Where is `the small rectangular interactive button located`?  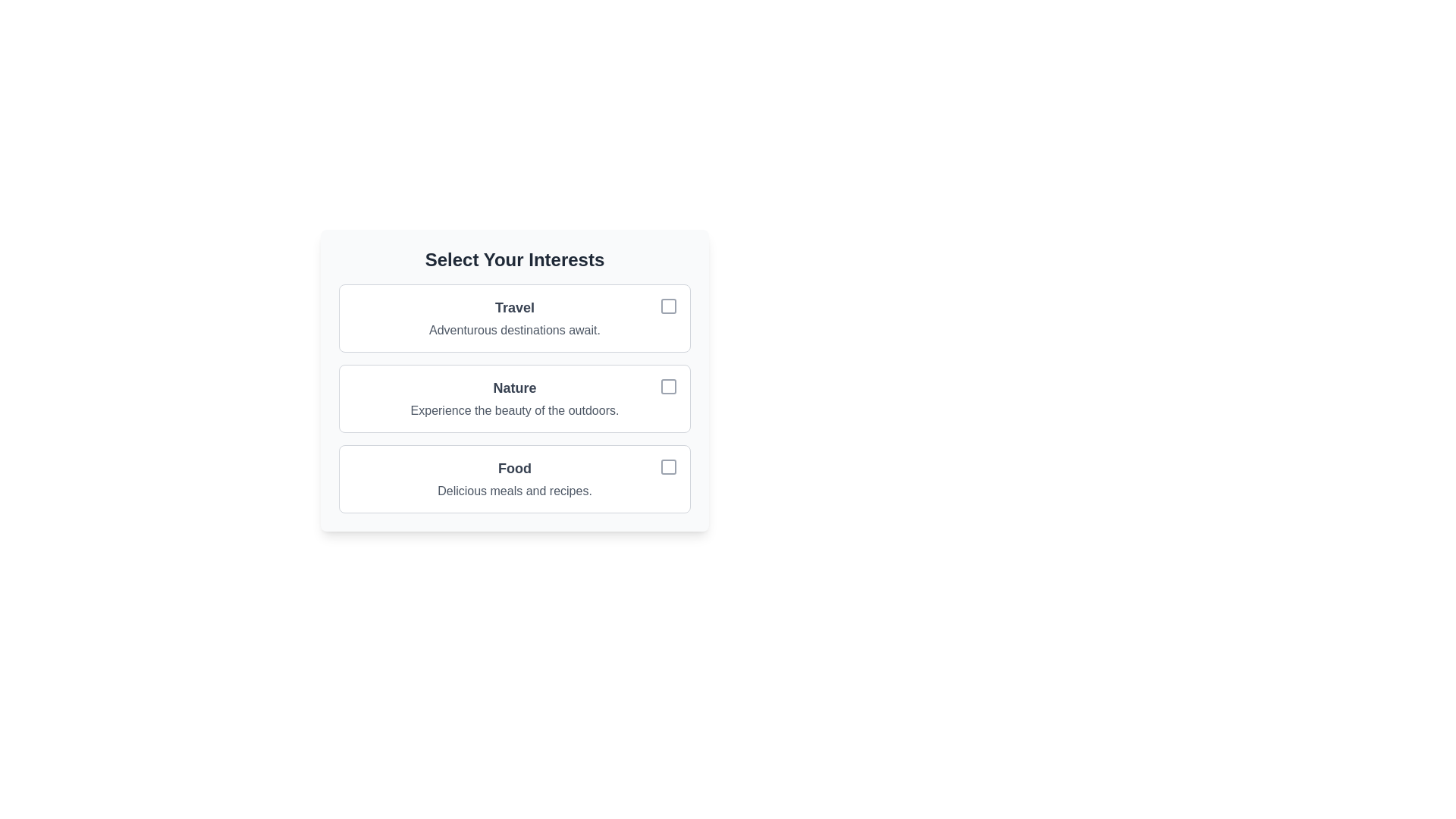
the small rectangular interactive button located is located at coordinates (668, 466).